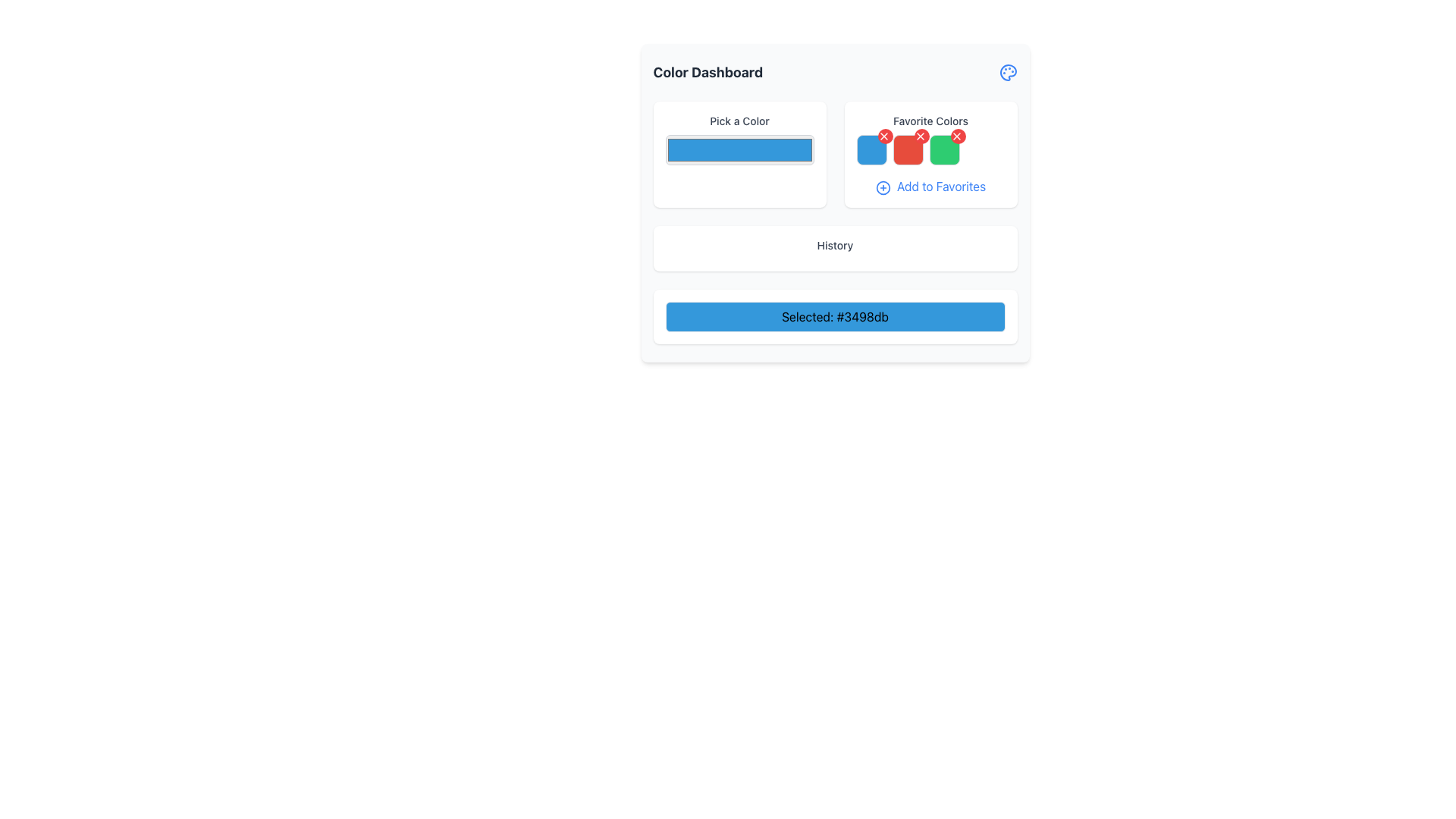  Describe the element at coordinates (908, 149) in the screenshot. I see `the second favorite color box in the 'Favorite Colors' section to select or remove the corresponding color` at that location.